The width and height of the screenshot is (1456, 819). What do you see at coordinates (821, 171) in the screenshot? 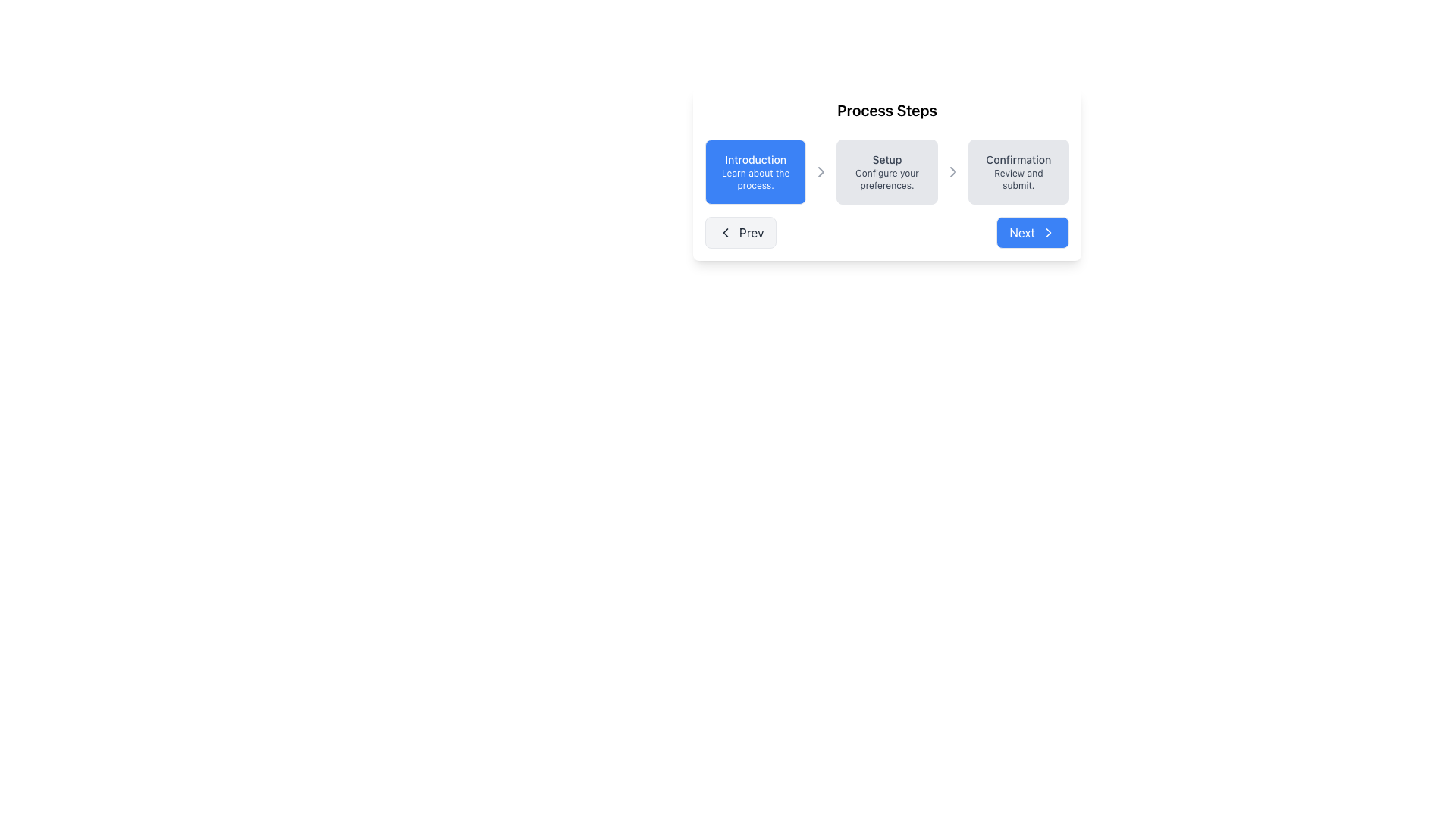
I see `the SVG icon that indicates the flow from the 'Introduction' step to the 'Setup' step to trigger a tooltip` at bounding box center [821, 171].